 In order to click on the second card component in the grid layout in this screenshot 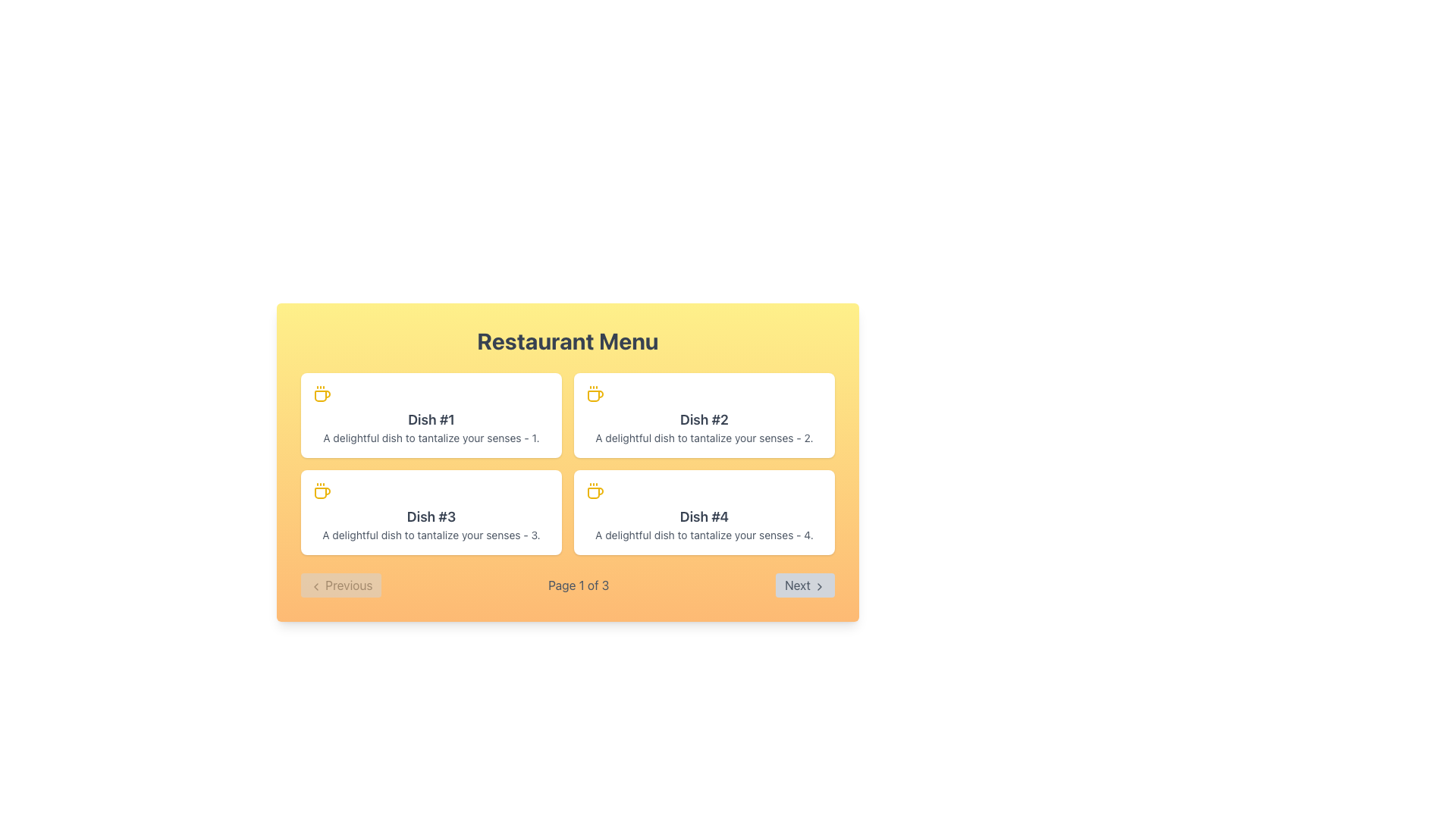, I will do `click(704, 415)`.